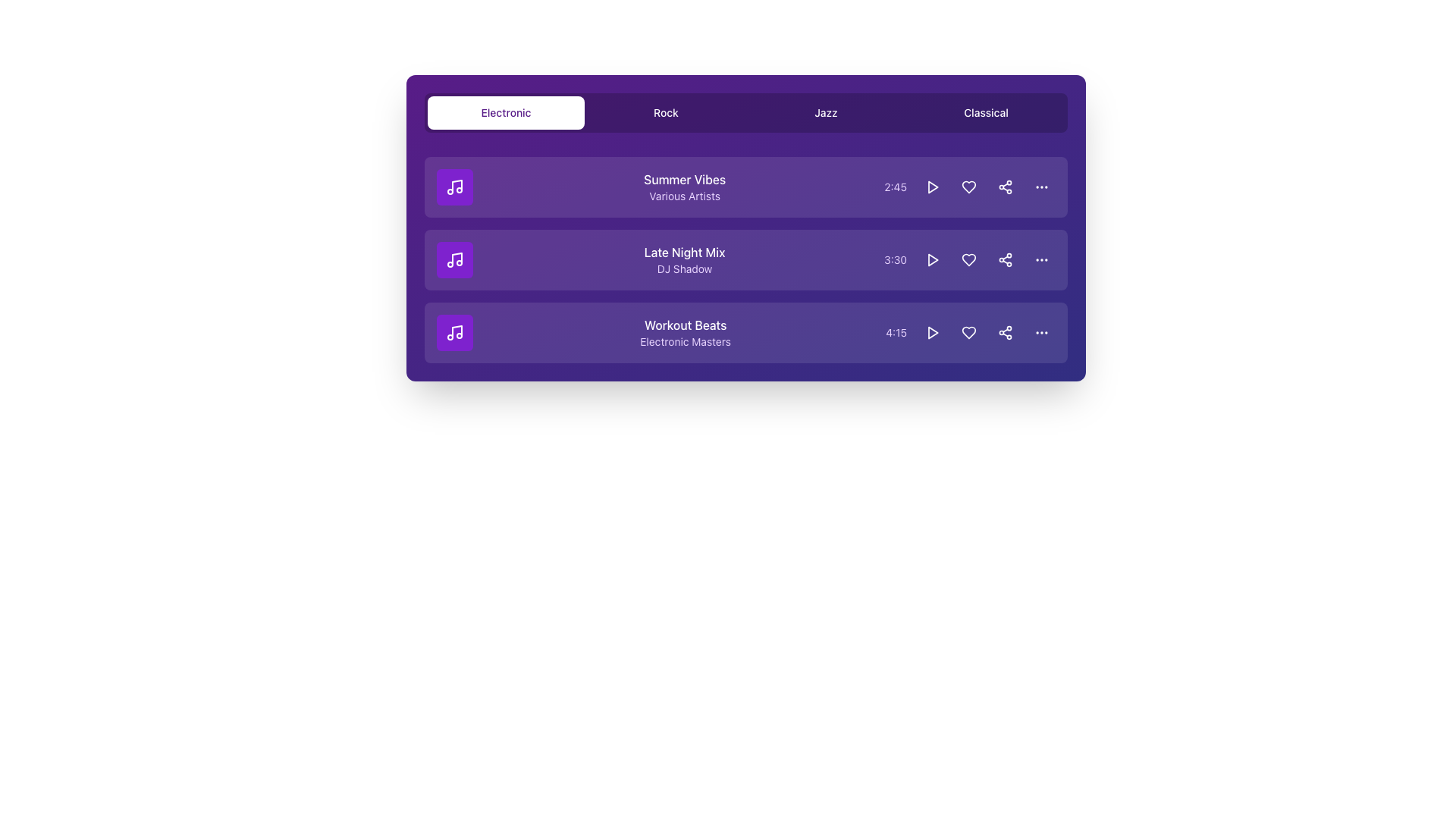  What do you see at coordinates (968, 259) in the screenshot?
I see `the icon button located in the second row of the list interface, immediately following the play icon, to mark the item as favorite` at bounding box center [968, 259].